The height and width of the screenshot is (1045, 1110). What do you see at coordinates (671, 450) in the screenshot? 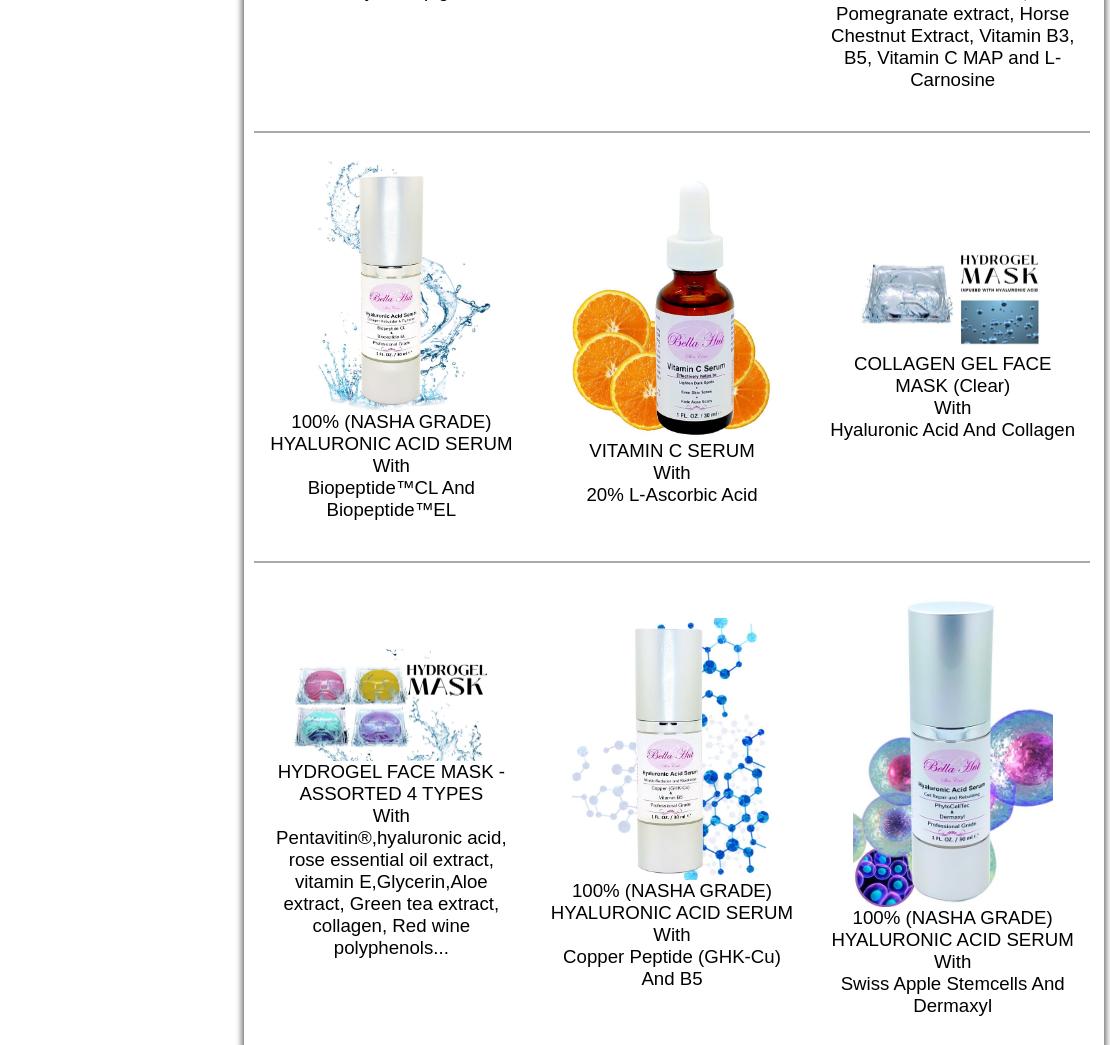
I see `'VITAMIN C SERUM'` at bounding box center [671, 450].